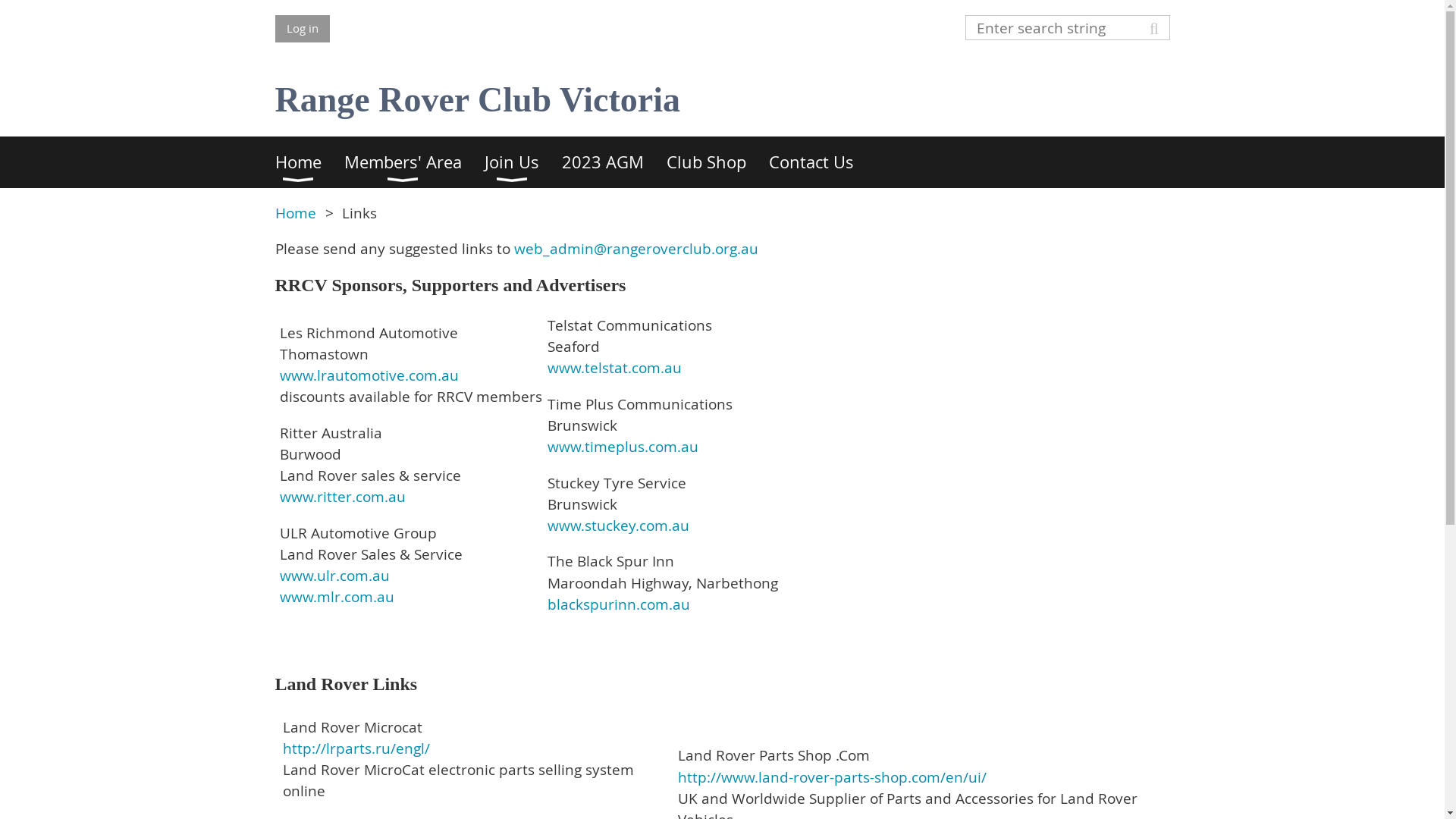 The image size is (1456, 819). What do you see at coordinates (274, 213) in the screenshot?
I see `'Home'` at bounding box center [274, 213].